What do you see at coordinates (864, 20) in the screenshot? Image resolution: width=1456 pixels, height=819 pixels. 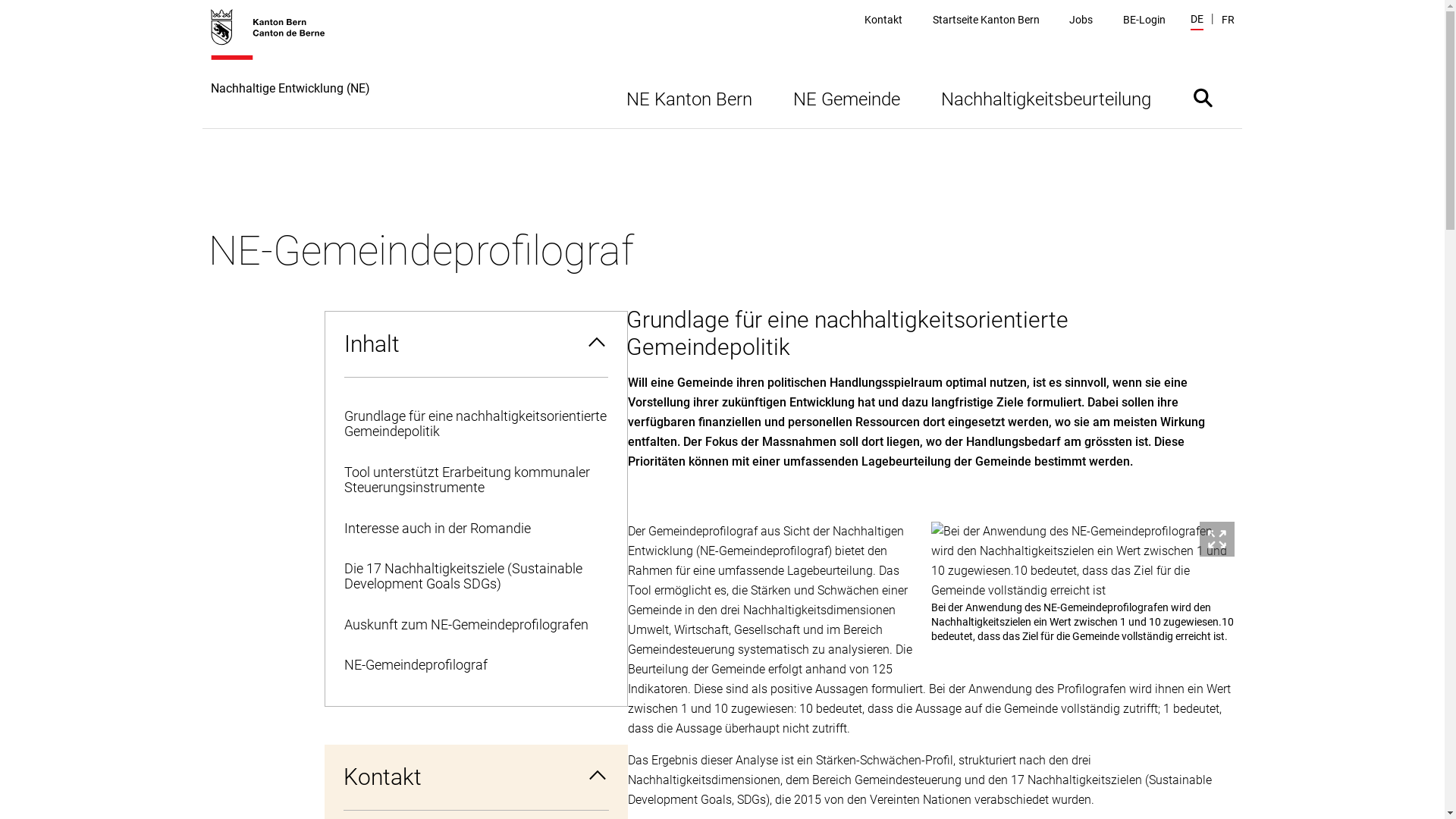 I see `'Kontakt'` at bounding box center [864, 20].